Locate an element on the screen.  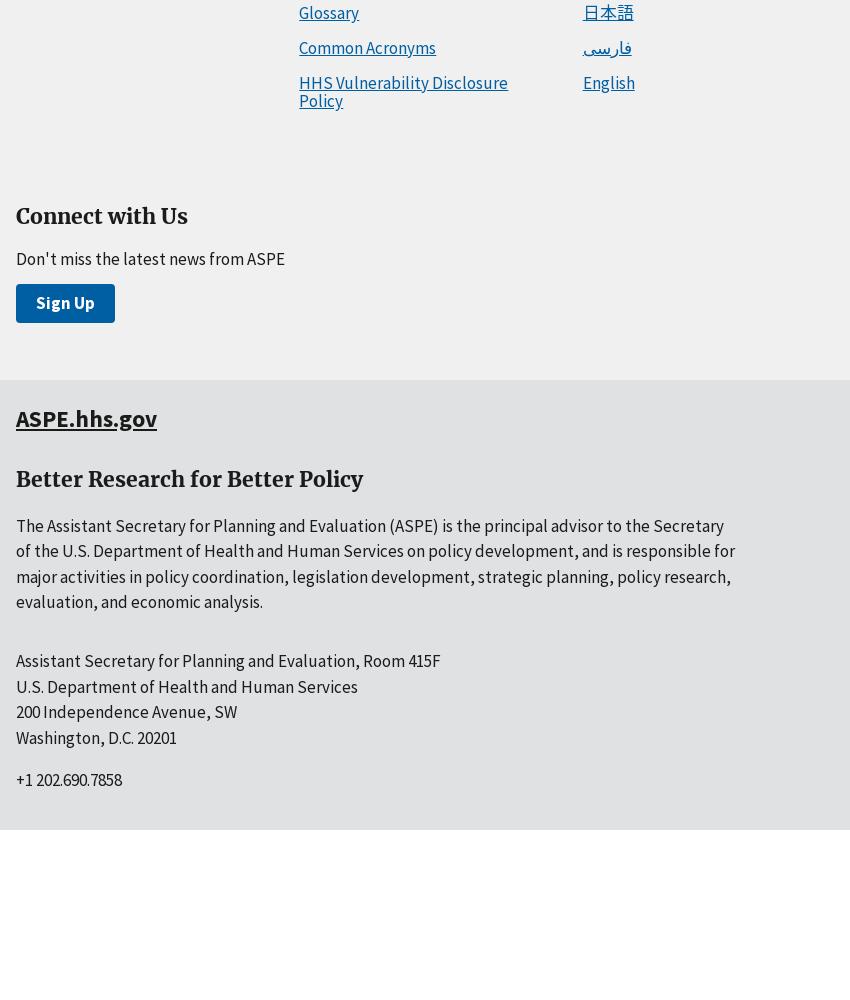
'Assistant Secretary for Planning and Evaluation, Room 415F' is located at coordinates (228, 661).